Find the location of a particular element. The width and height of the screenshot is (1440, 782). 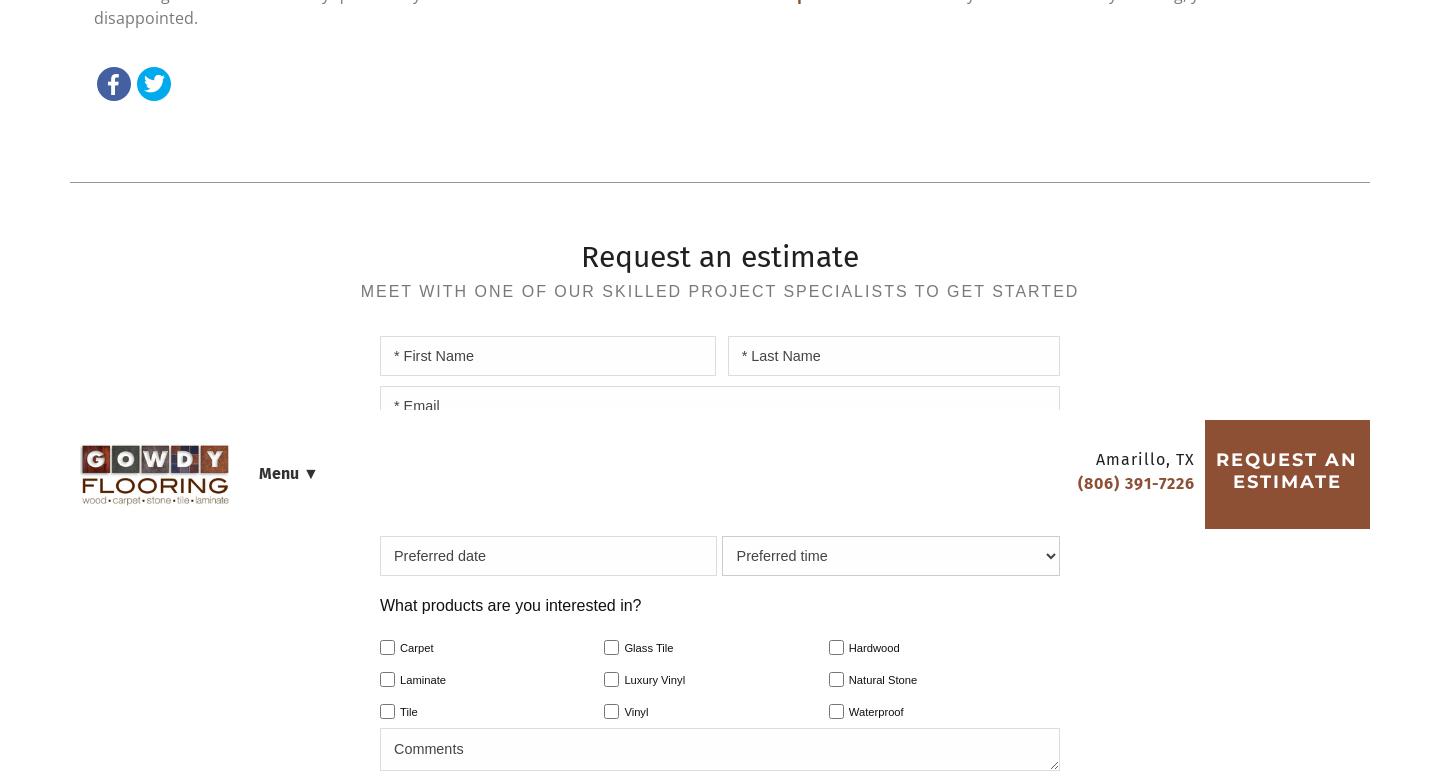

'Location' is located at coordinates (892, 115).